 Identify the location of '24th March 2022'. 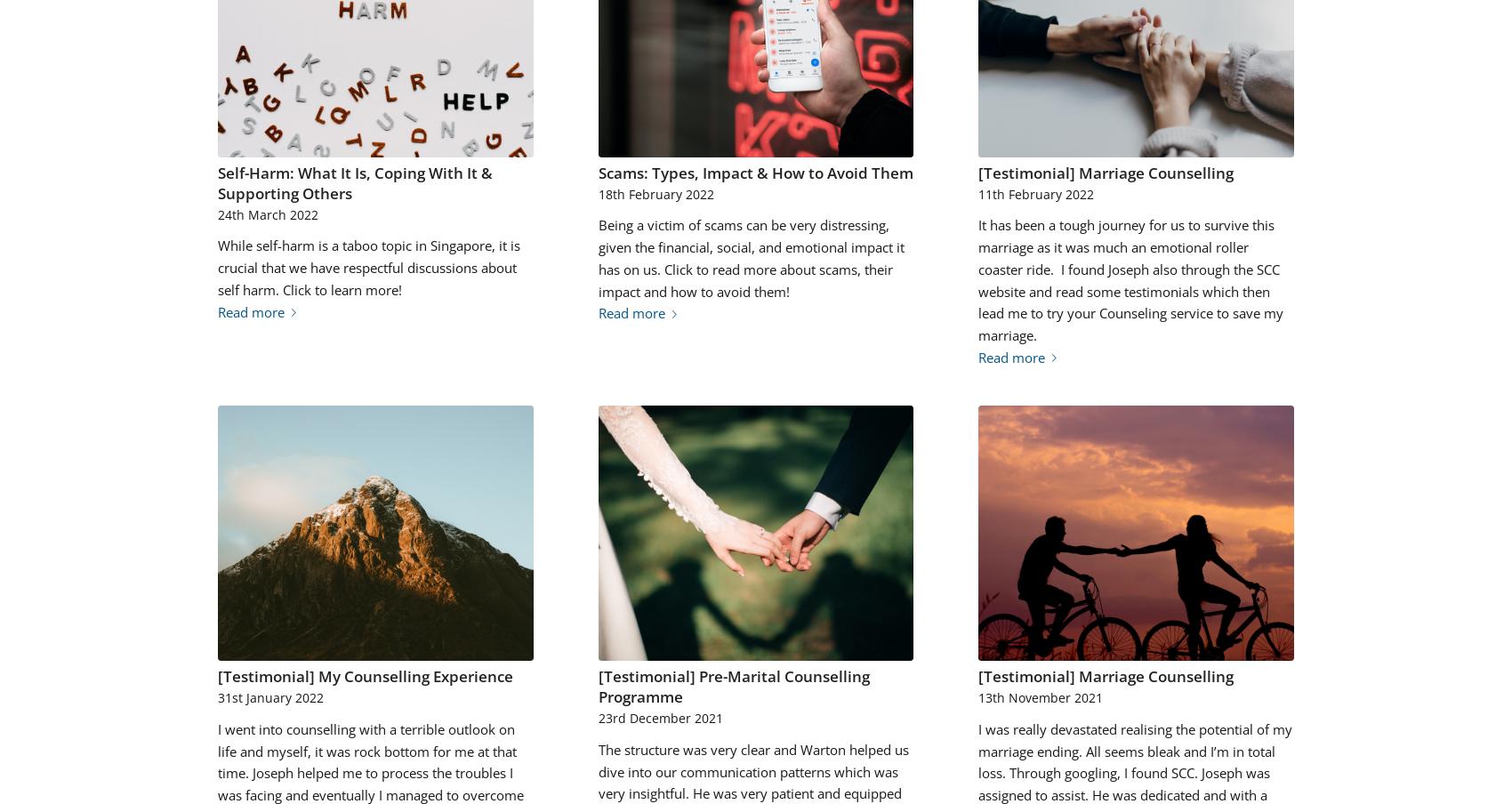
(268, 213).